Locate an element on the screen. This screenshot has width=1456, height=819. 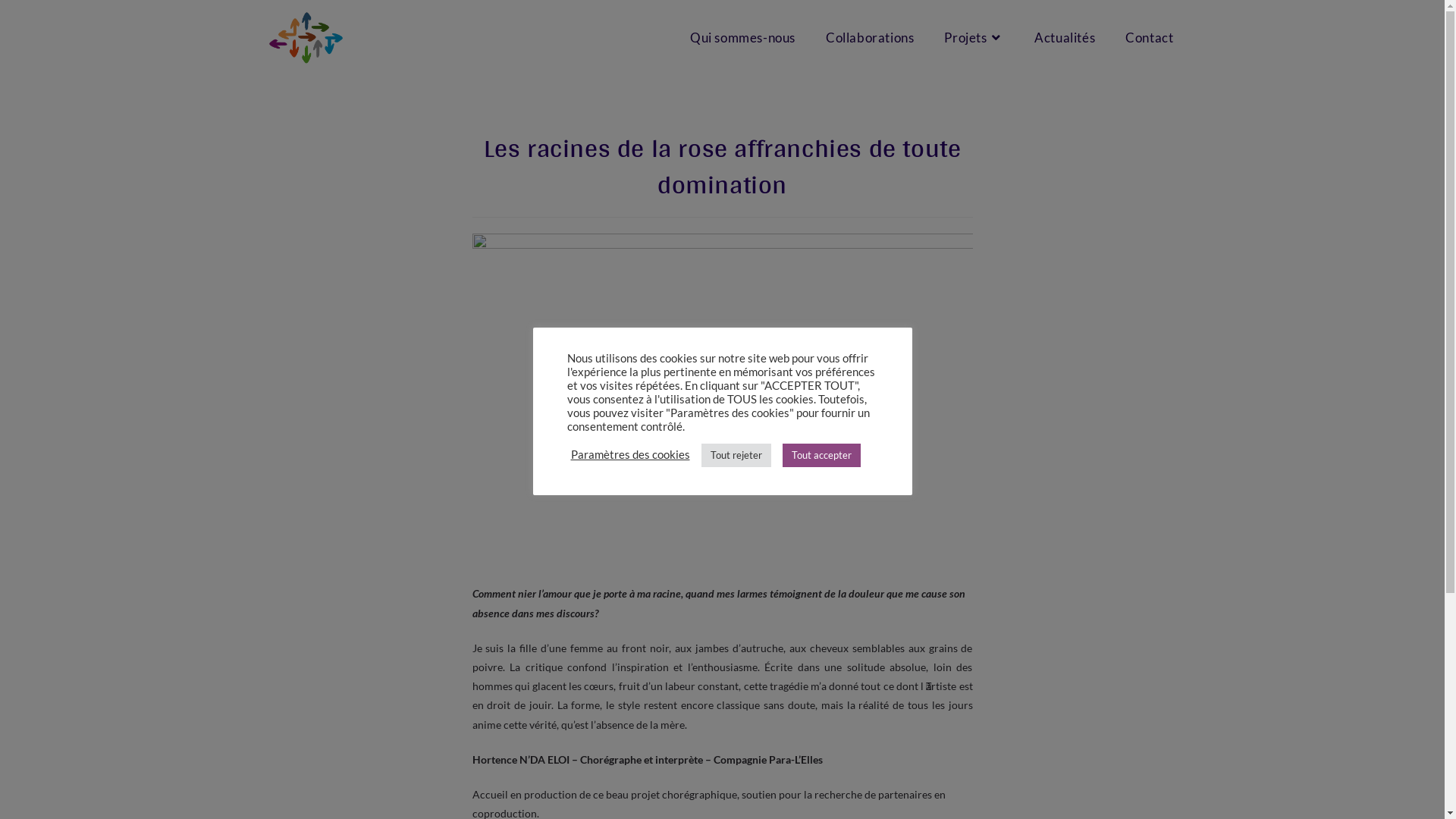
'Tout rejeter' is located at coordinates (735, 453).